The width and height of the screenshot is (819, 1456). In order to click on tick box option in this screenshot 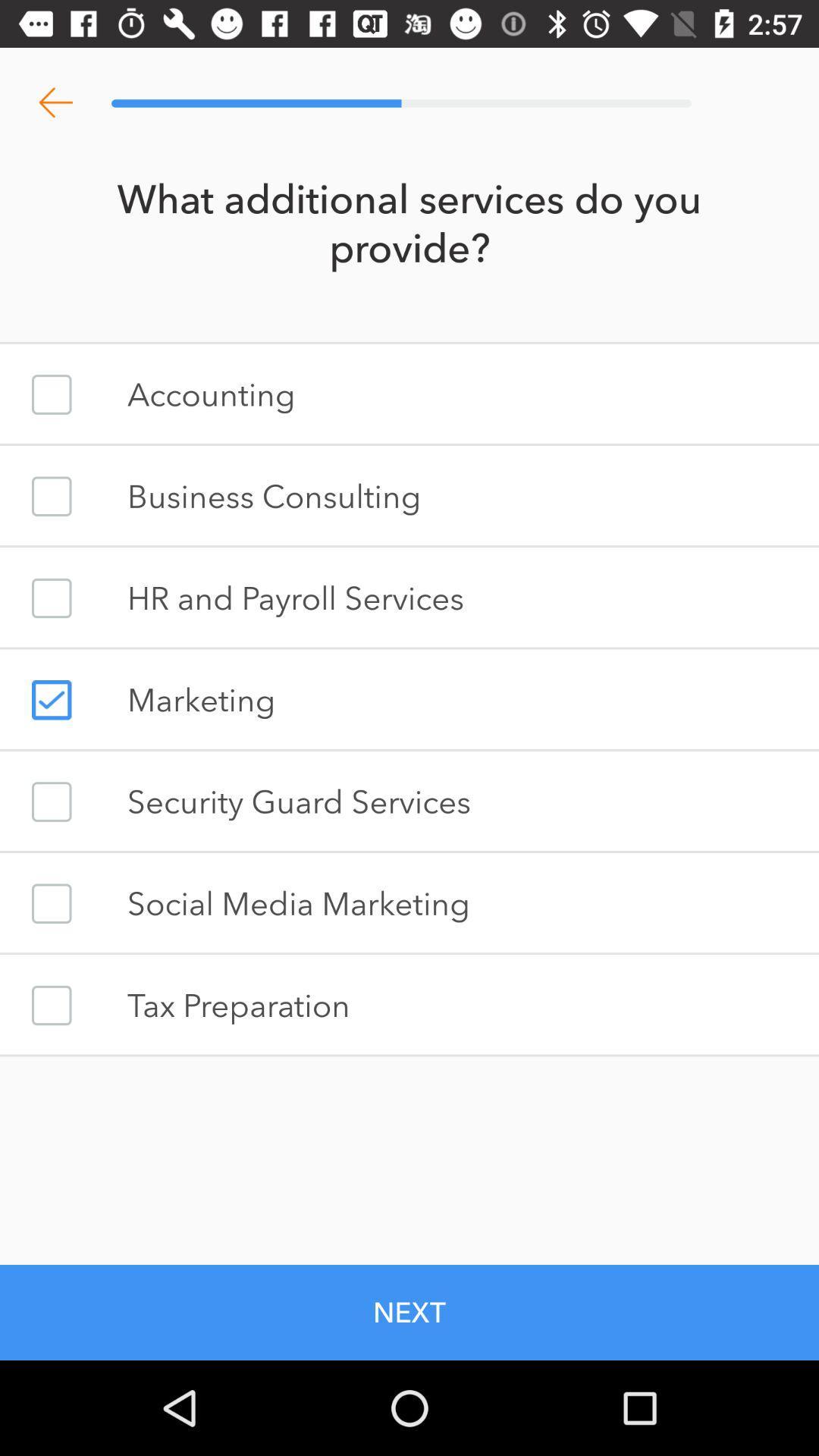, I will do `click(51, 496)`.